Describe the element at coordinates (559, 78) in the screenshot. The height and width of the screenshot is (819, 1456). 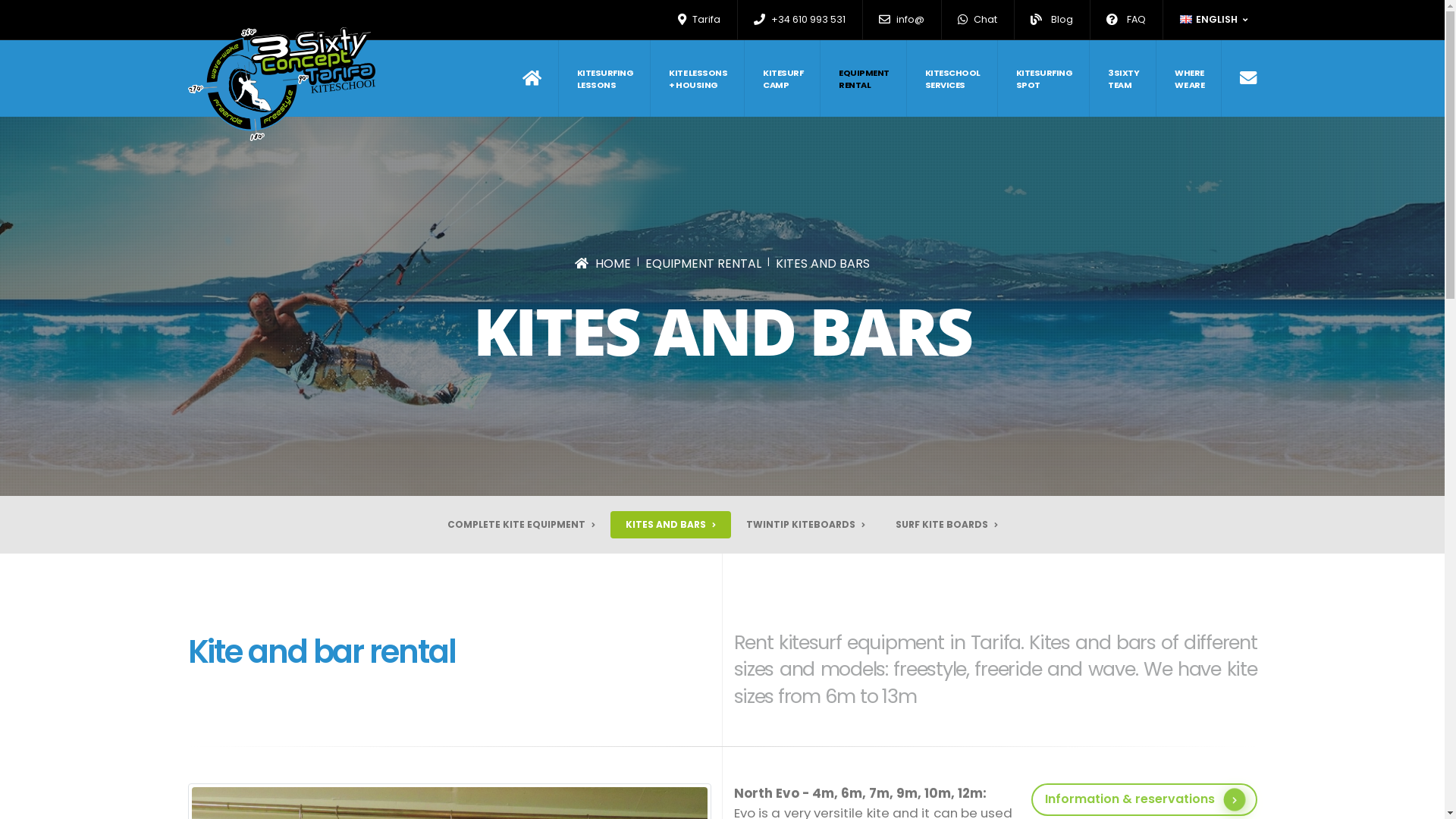
I see `'KITESURFING LESSONS'` at that location.